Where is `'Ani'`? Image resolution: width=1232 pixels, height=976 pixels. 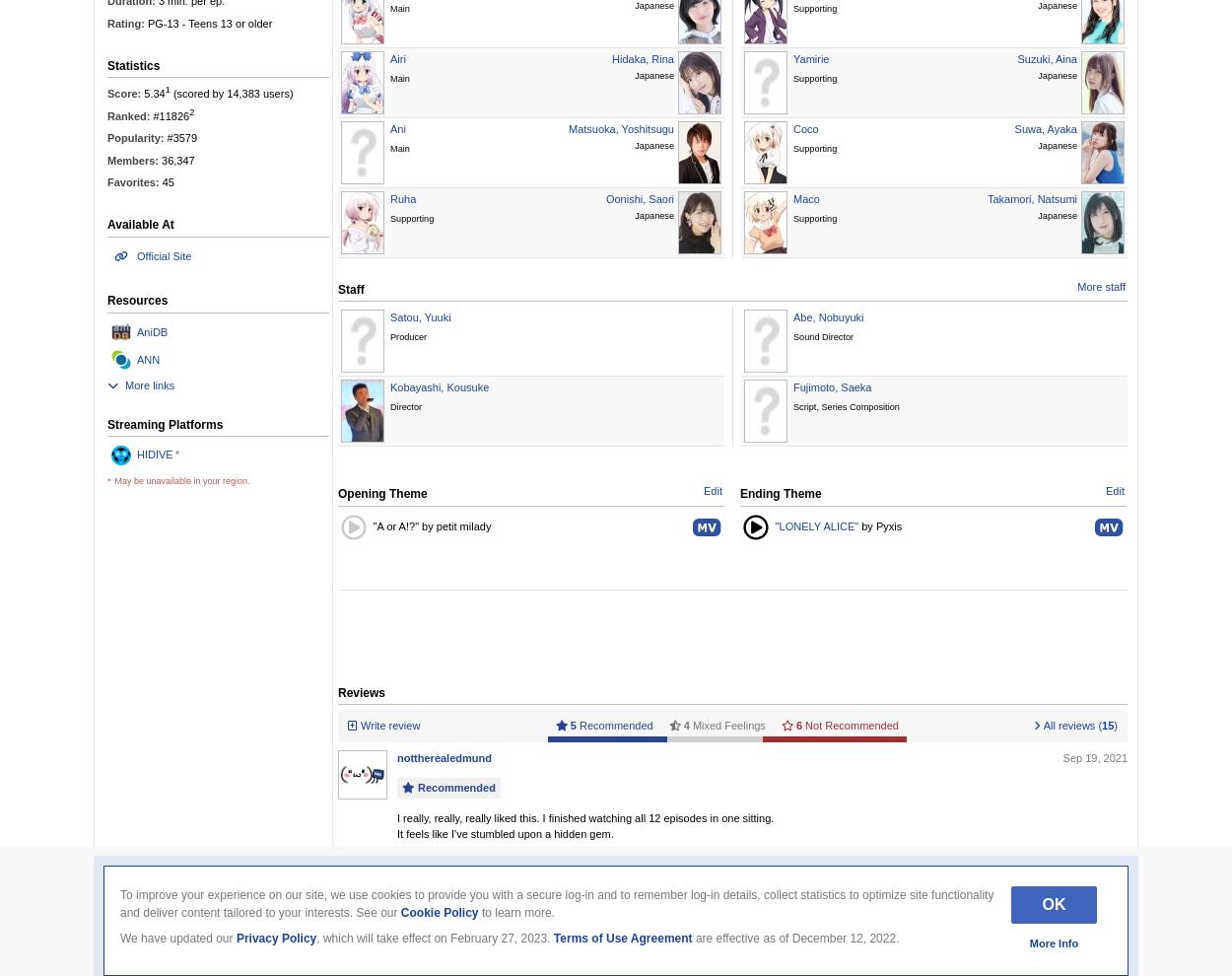 'Ani' is located at coordinates (397, 127).